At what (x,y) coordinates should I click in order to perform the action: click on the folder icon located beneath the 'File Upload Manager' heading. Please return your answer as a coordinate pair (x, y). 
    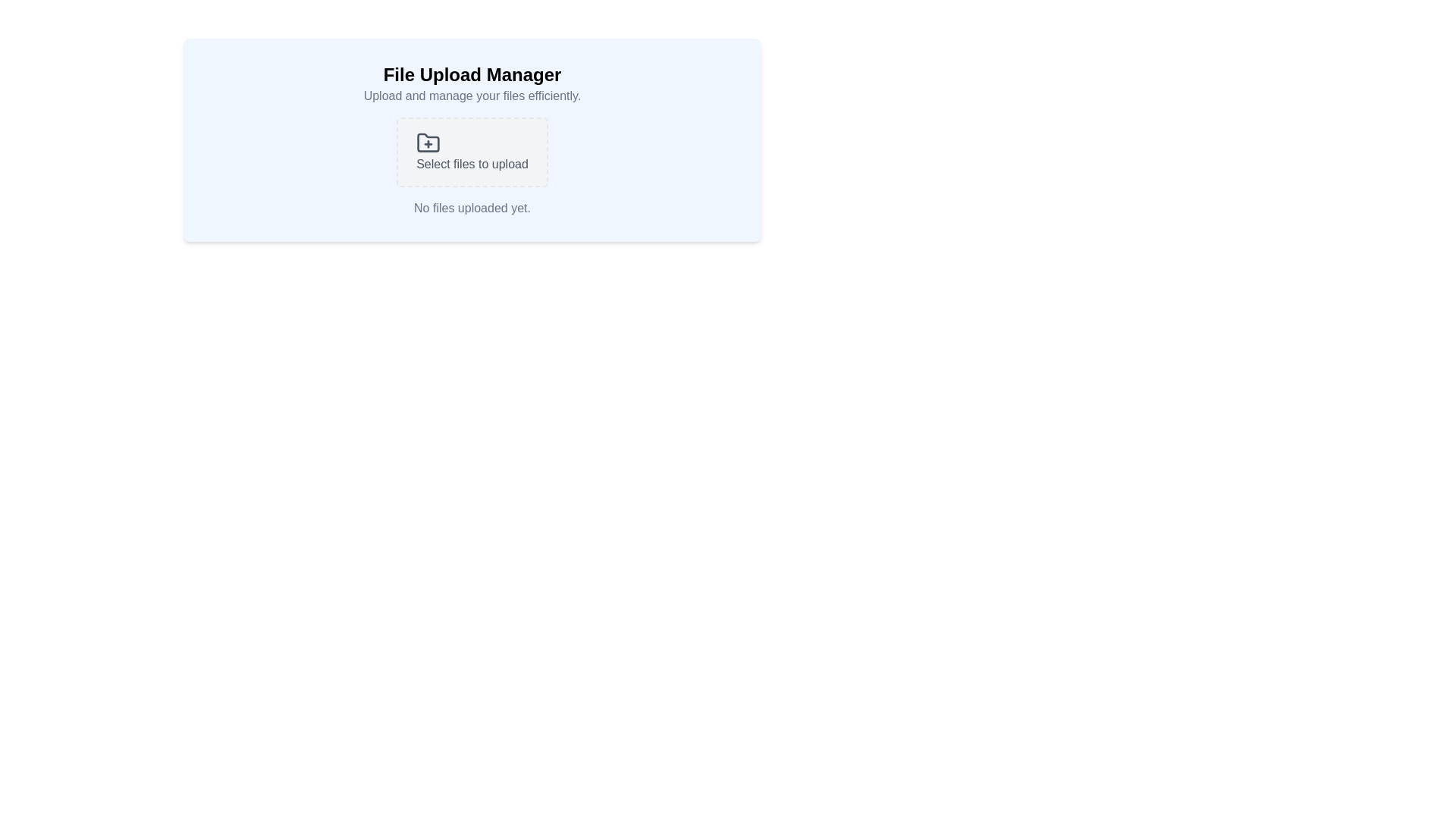
    Looking at the image, I should click on (428, 143).